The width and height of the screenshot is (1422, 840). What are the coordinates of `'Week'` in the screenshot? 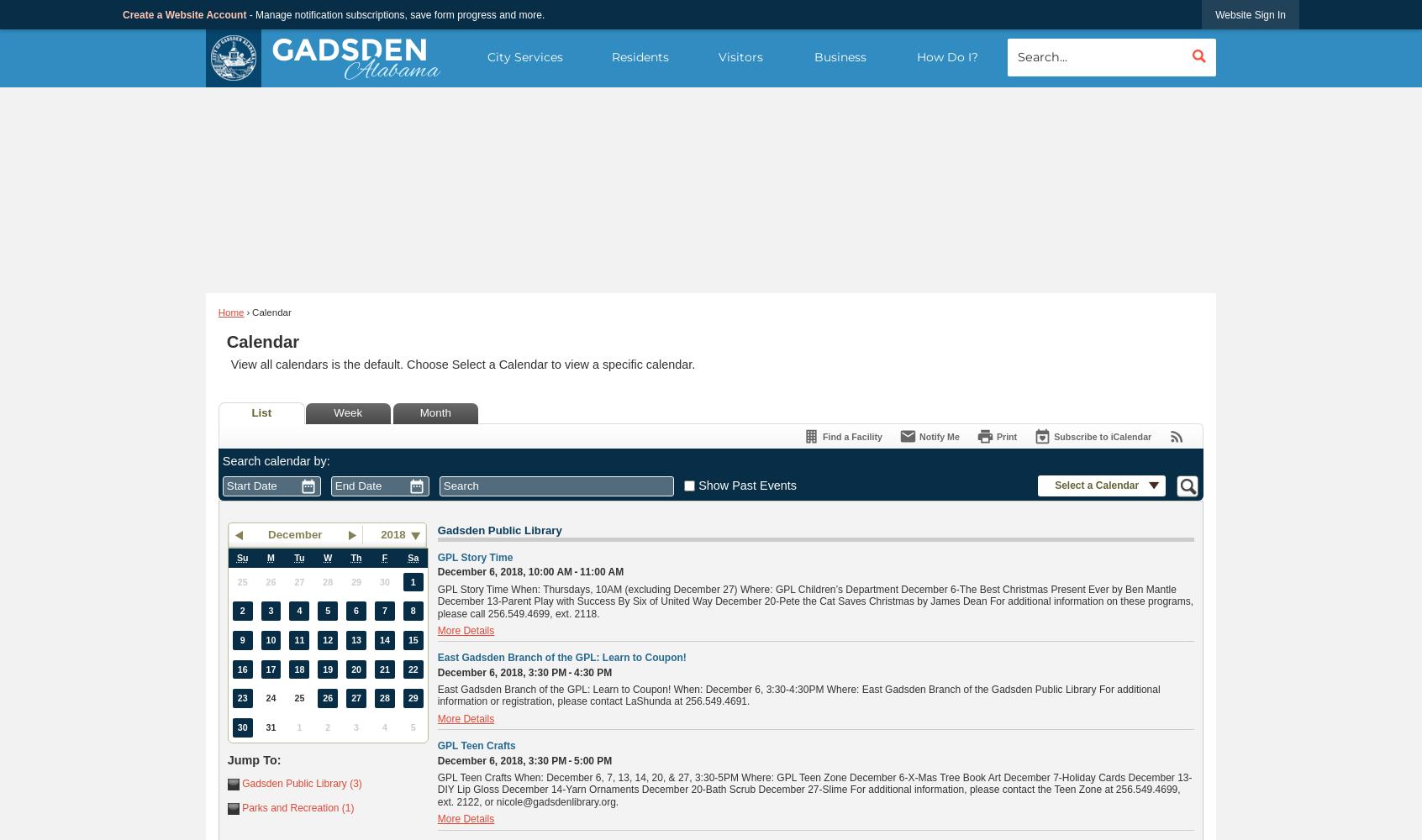 It's located at (348, 411).